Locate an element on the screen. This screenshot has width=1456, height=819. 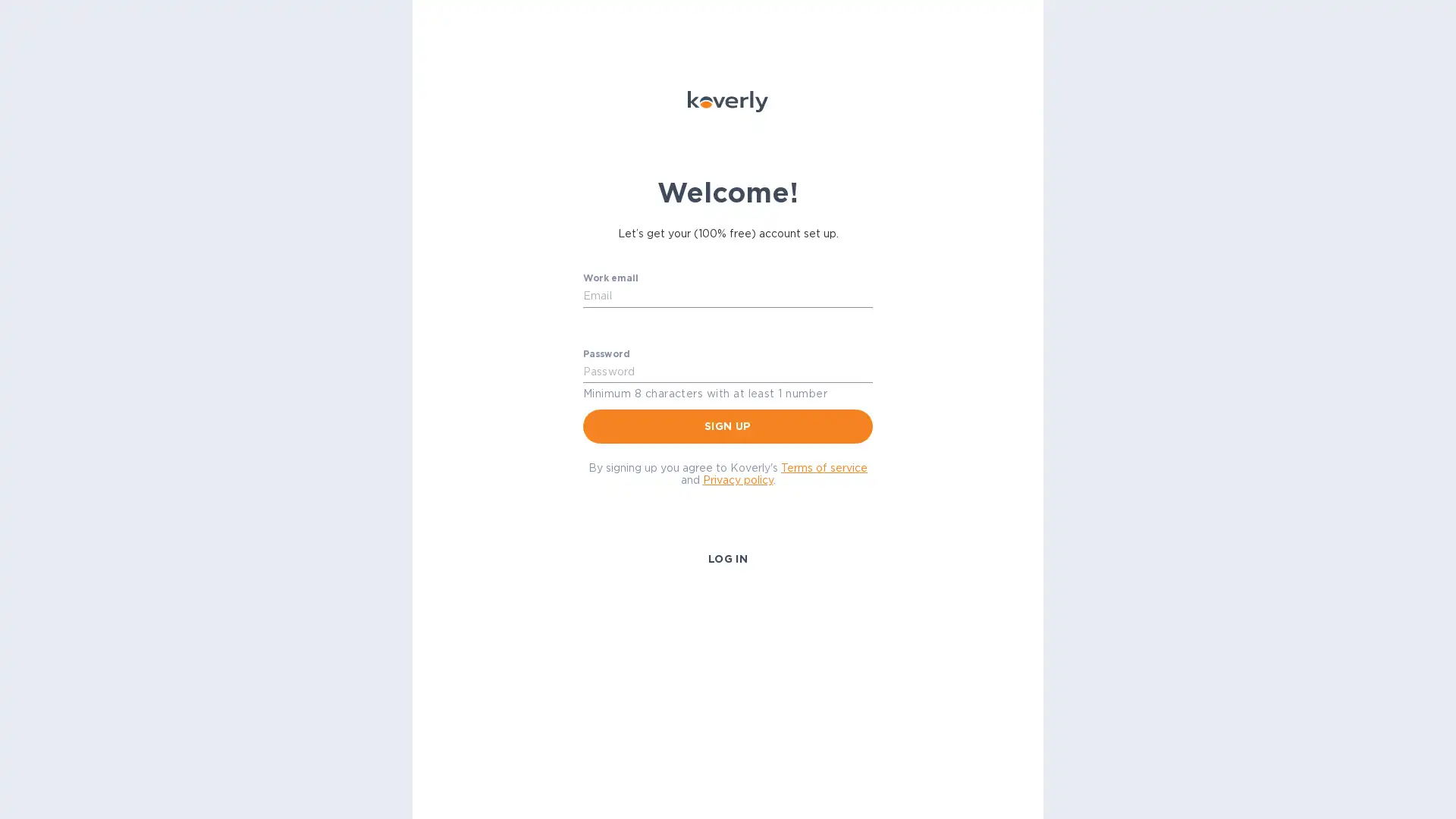
LOG IN is located at coordinates (726, 558).